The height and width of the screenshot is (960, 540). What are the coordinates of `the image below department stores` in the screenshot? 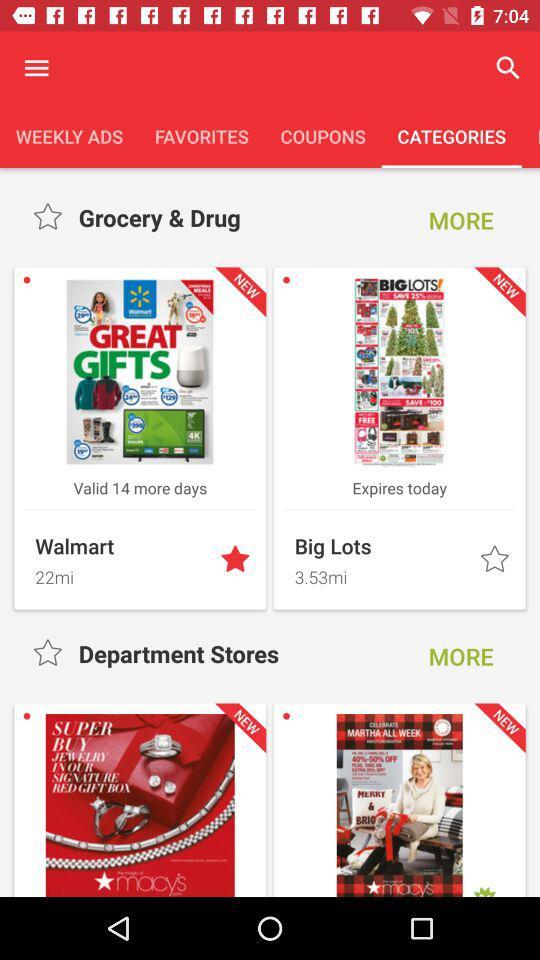 It's located at (139, 805).